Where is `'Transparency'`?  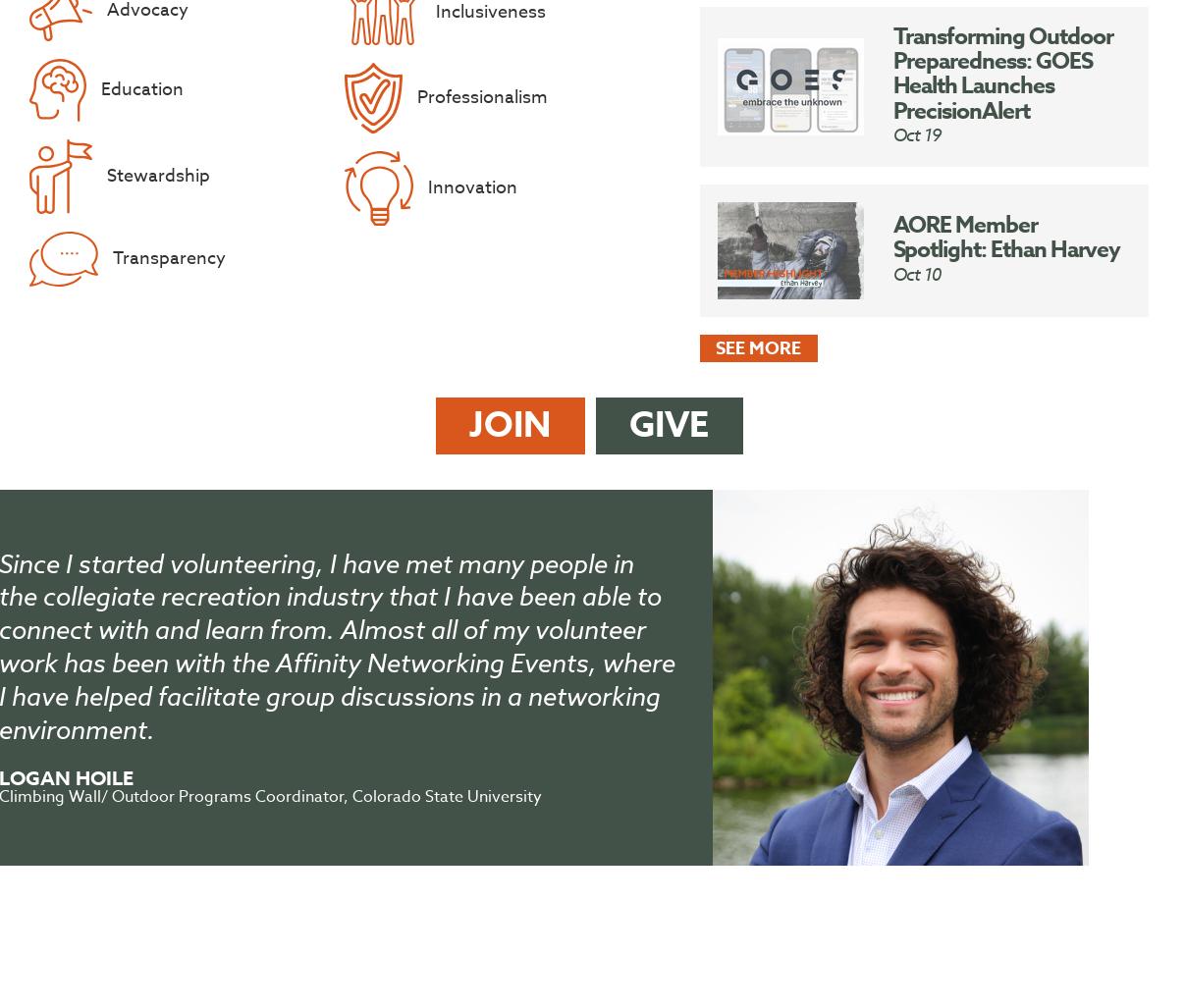 'Transparency' is located at coordinates (168, 258).